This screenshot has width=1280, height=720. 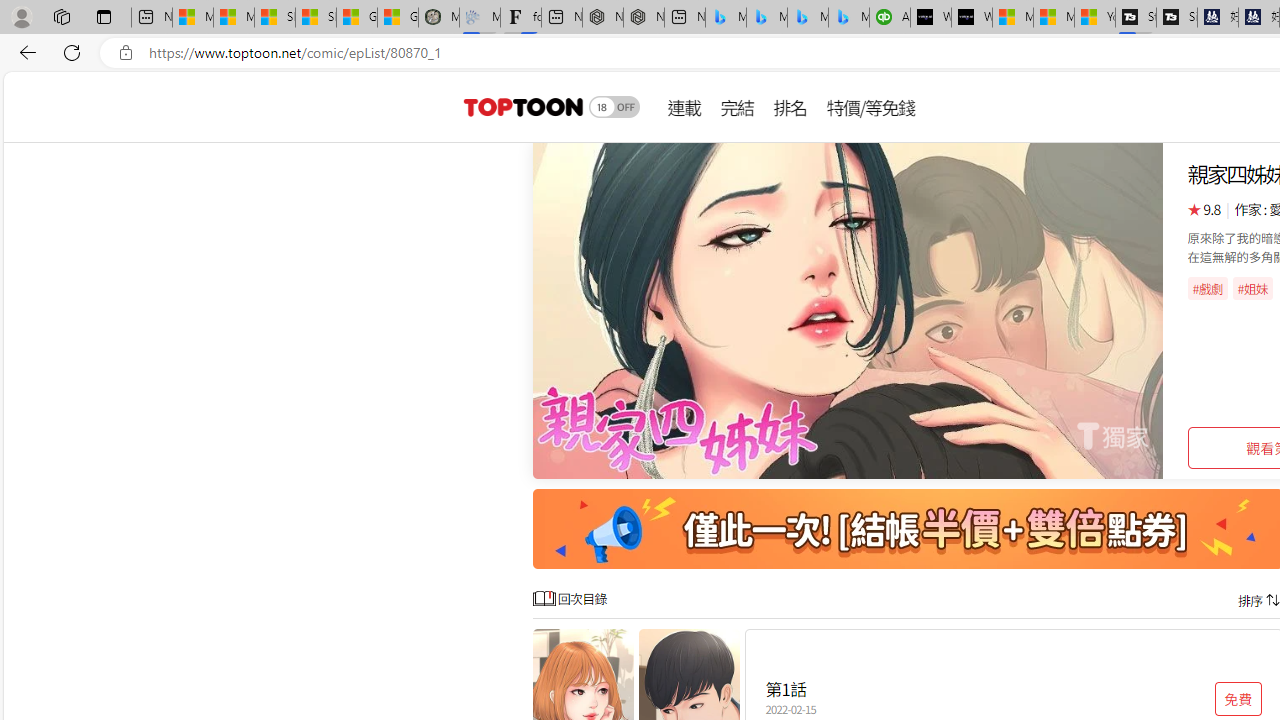 I want to click on 'Microsoft Bing Travel - Stays in Bangkok, Bangkok, Thailand', so click(x=766, y=17).